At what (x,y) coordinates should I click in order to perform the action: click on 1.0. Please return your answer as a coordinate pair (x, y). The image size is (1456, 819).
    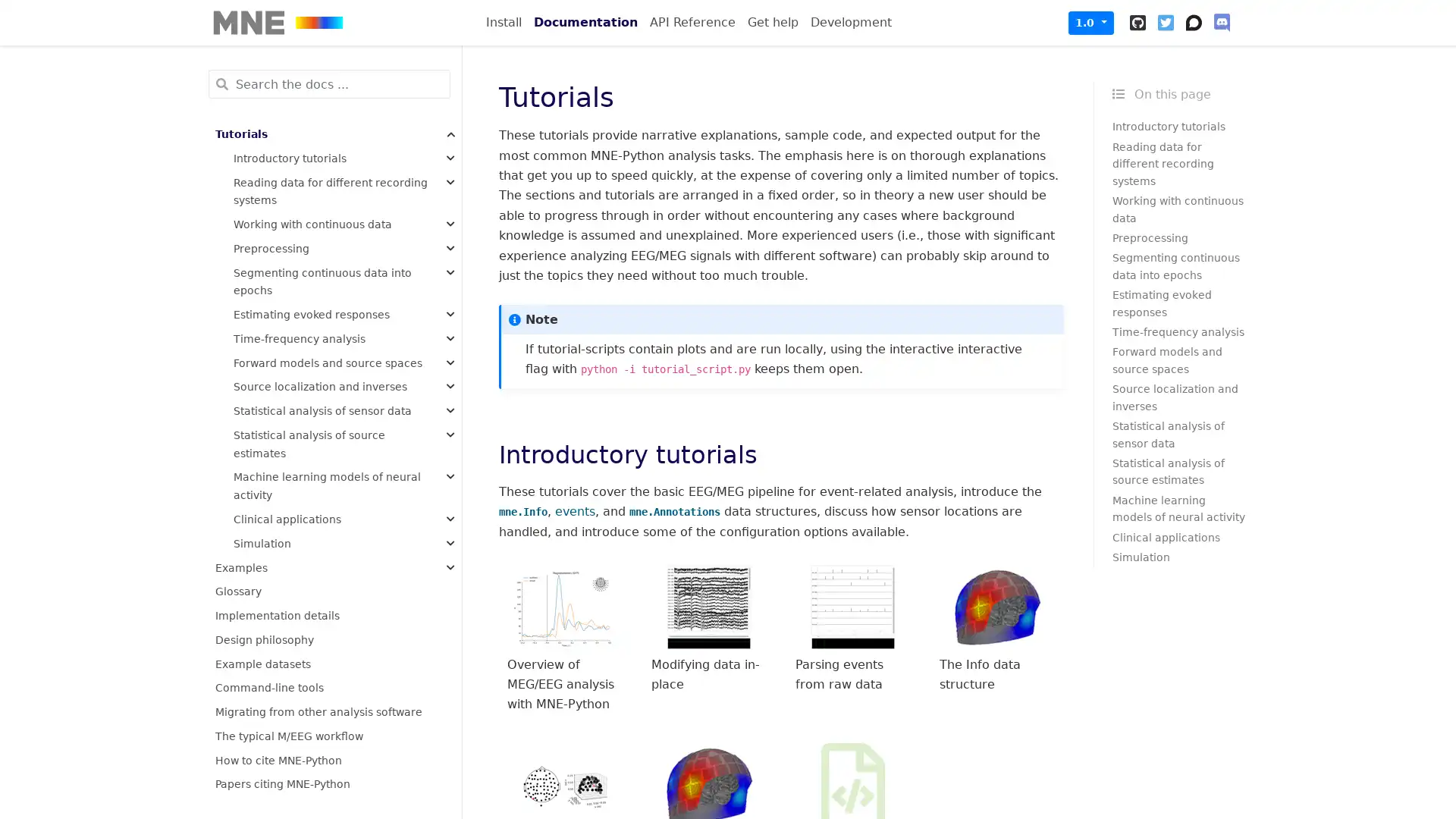
    Looking at the image, I should click on (1090, 22).